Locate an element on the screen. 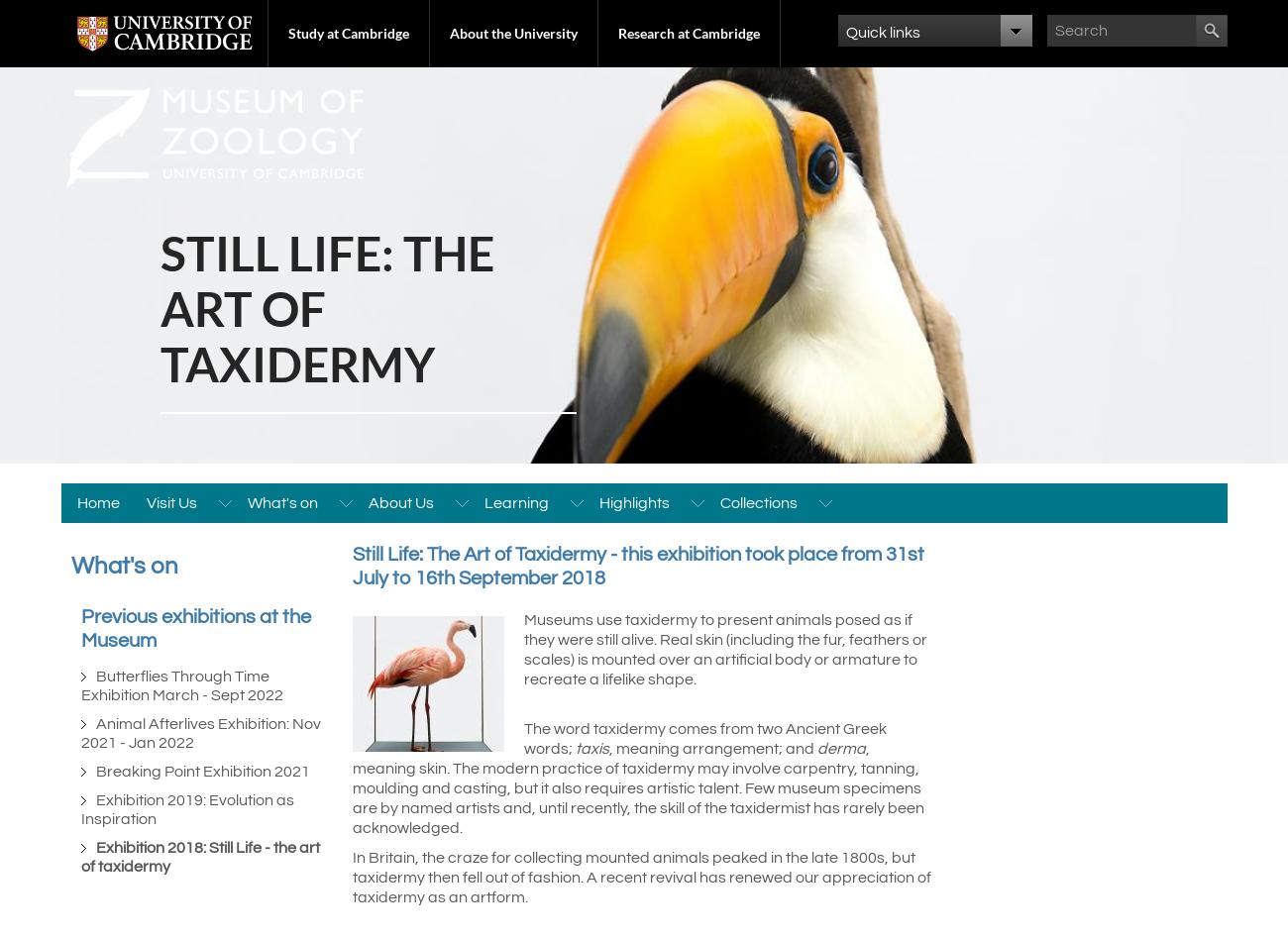  ', meaning skin. The modern practice of taxidermy may involve carpentry, tanning, moulding and casting, but it also requires artistic talent. Few museum specimens are by named artists and, until recently, the skill of the taxidermist has rarely been acknowledged.' is located at coordinates (637, 788).